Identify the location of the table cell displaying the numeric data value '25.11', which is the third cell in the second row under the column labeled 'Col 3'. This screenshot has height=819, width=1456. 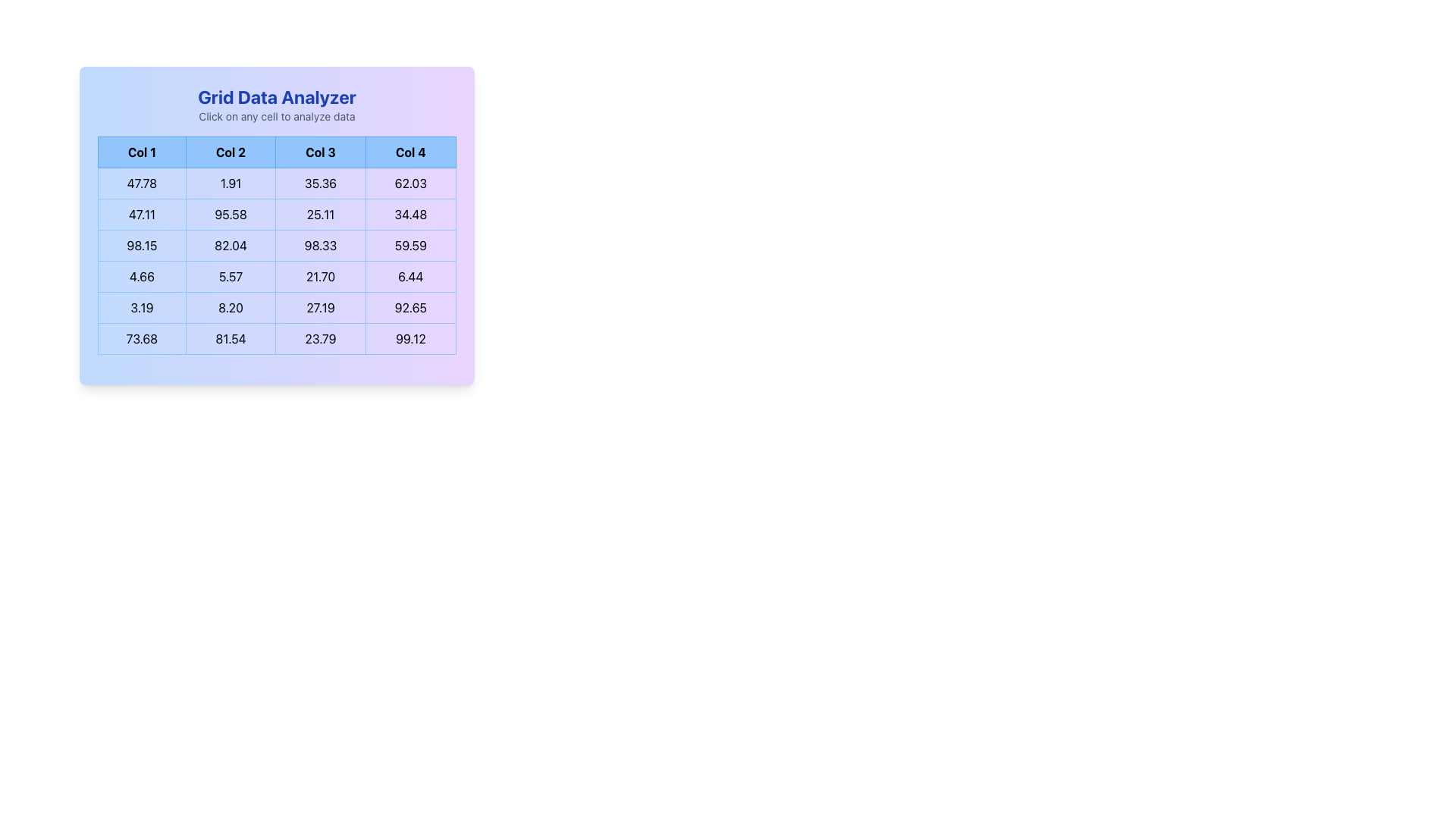
(319, 214).